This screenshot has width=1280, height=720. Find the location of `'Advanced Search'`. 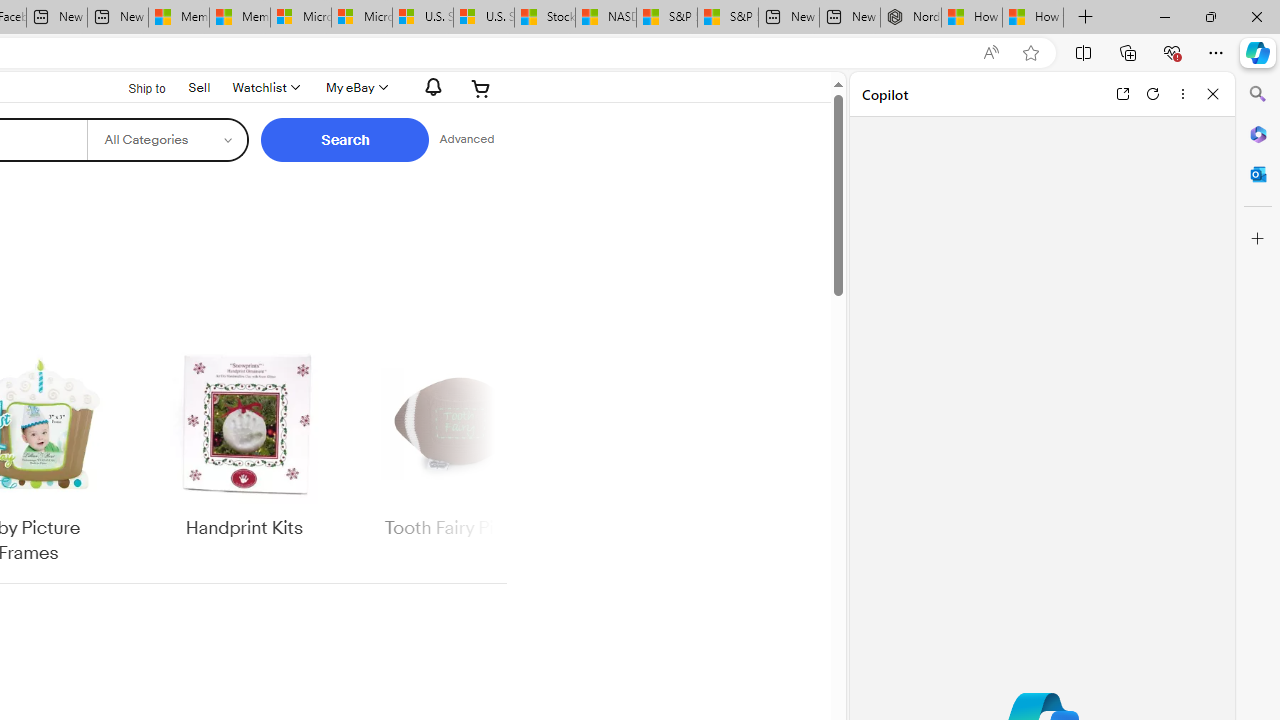

'Advanced Search' is located at coordinates (466, 139).